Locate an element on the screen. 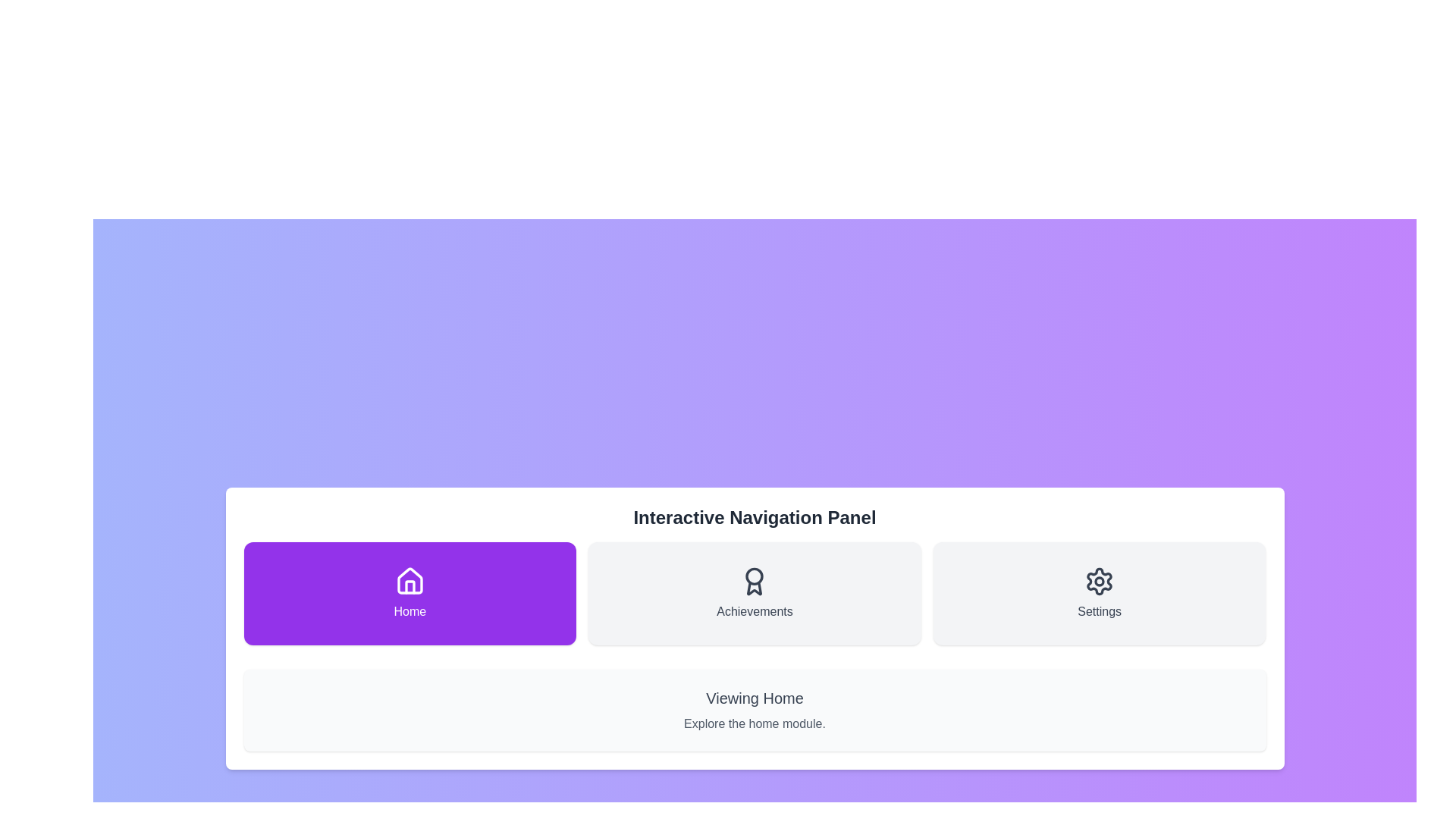 Image resolution: width=1456 pixels, height=819 pixels. the small house-shaped icon representing the door section within the larger house icon on the purple background in the 'Home' tab is located at coordinates (409, 586).